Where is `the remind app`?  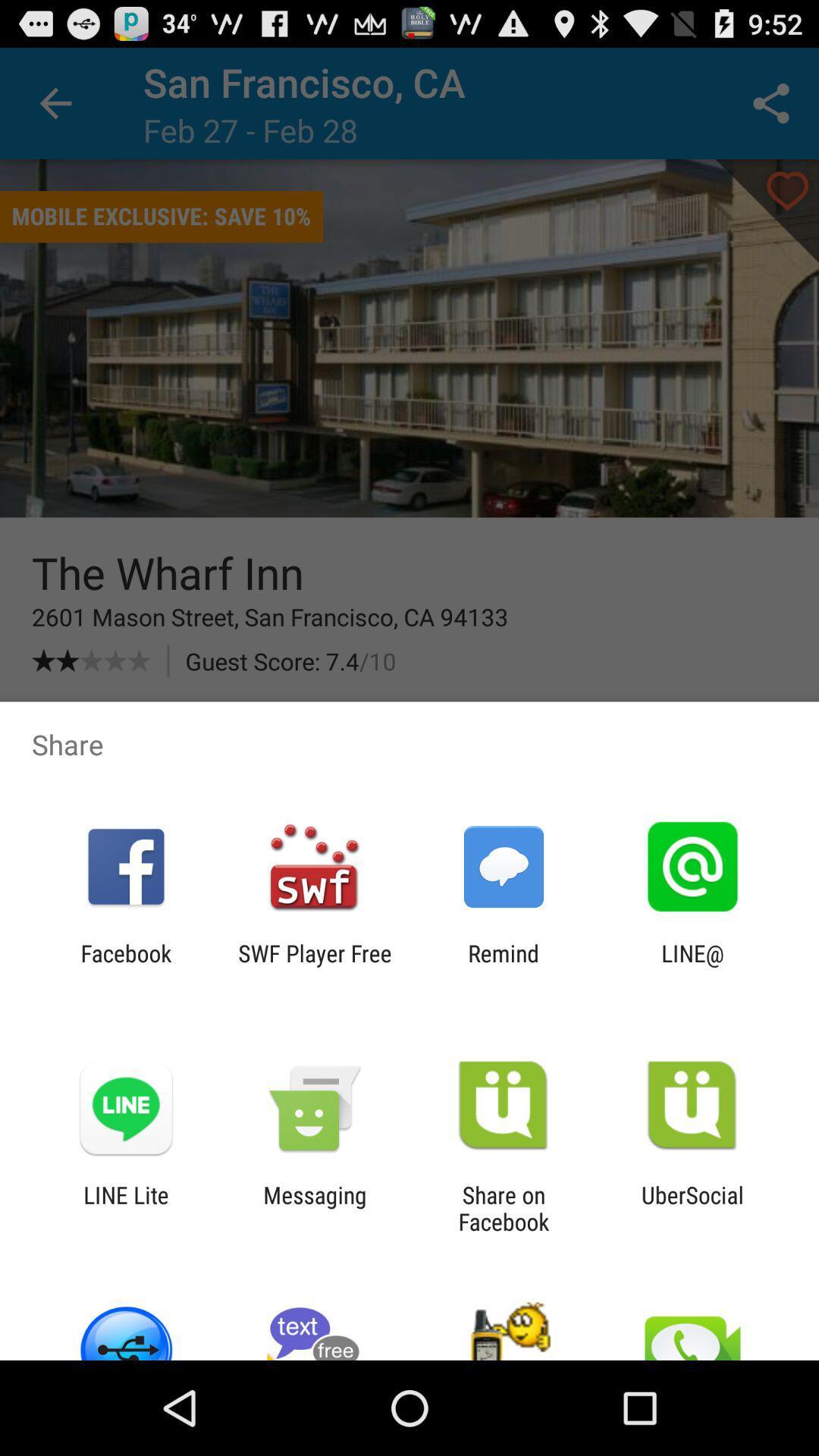
the remind app is located at coordinates (504, 966).